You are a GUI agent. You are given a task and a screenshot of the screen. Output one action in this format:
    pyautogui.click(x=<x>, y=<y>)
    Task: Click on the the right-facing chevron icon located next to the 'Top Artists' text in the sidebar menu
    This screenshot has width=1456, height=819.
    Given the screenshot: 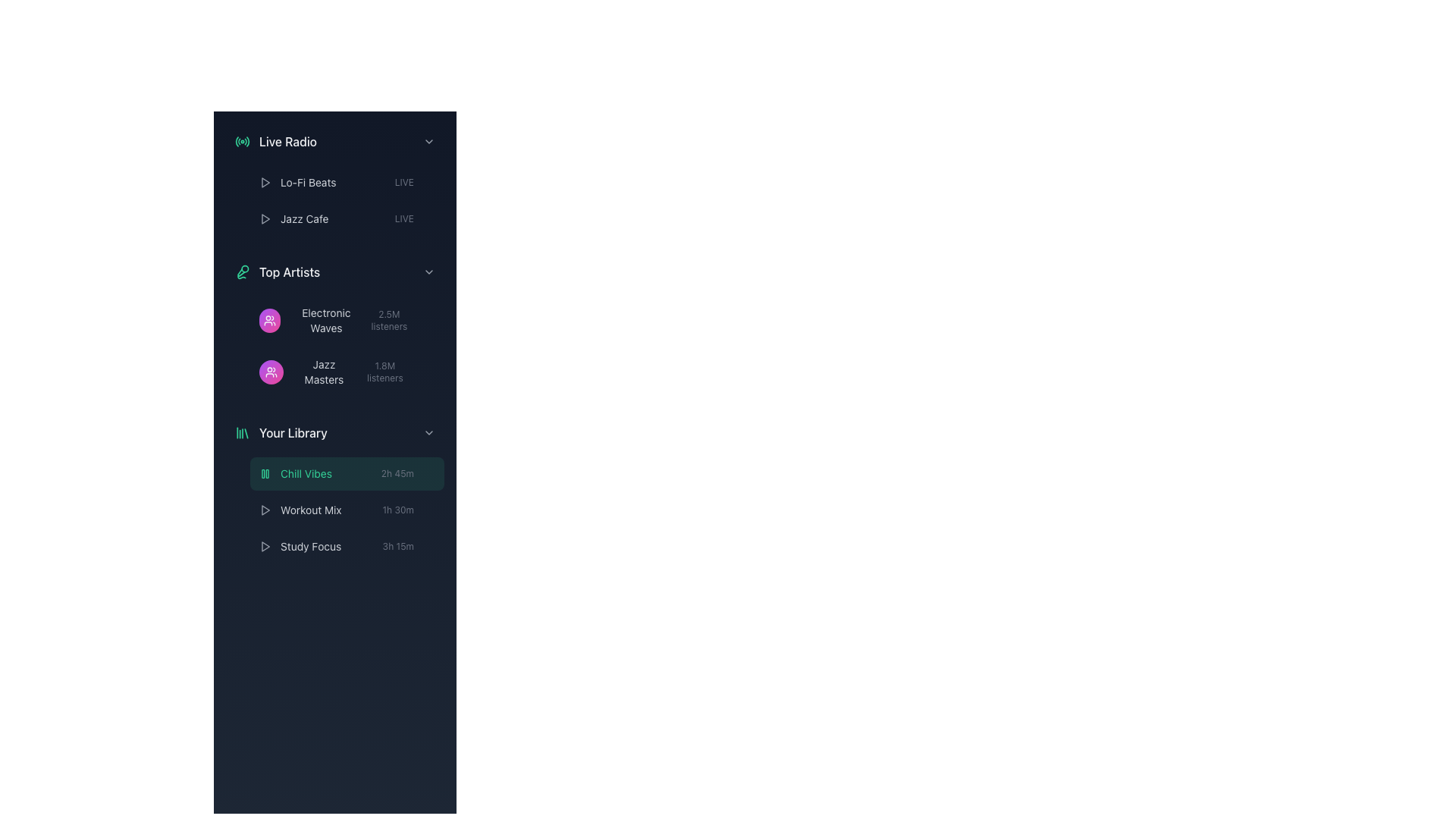 What is the action you would take?
    pyautogui.click(x=428, y=271)
    